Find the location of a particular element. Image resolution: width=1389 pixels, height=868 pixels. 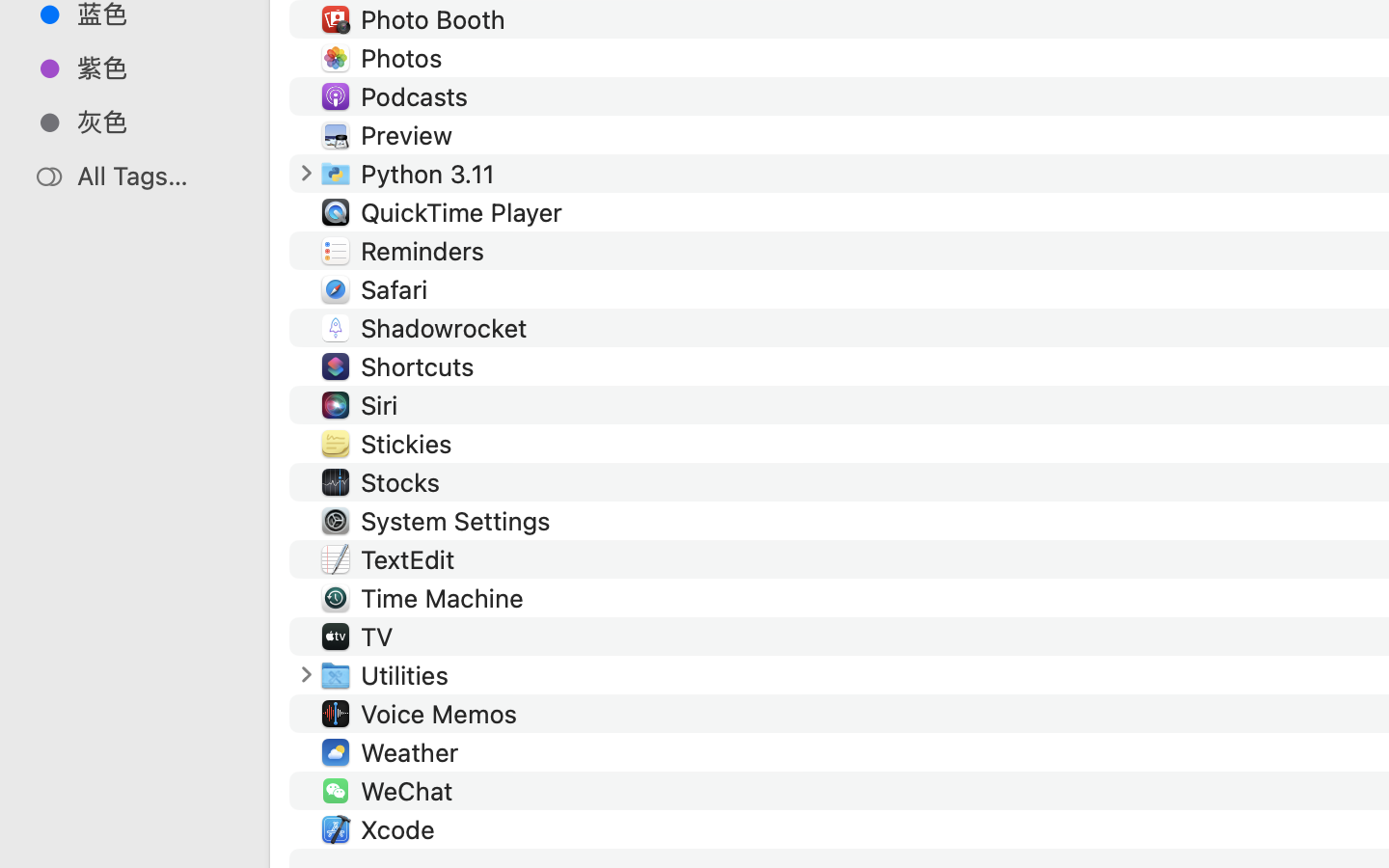

'Preview' is located at coordinates (410, 135).